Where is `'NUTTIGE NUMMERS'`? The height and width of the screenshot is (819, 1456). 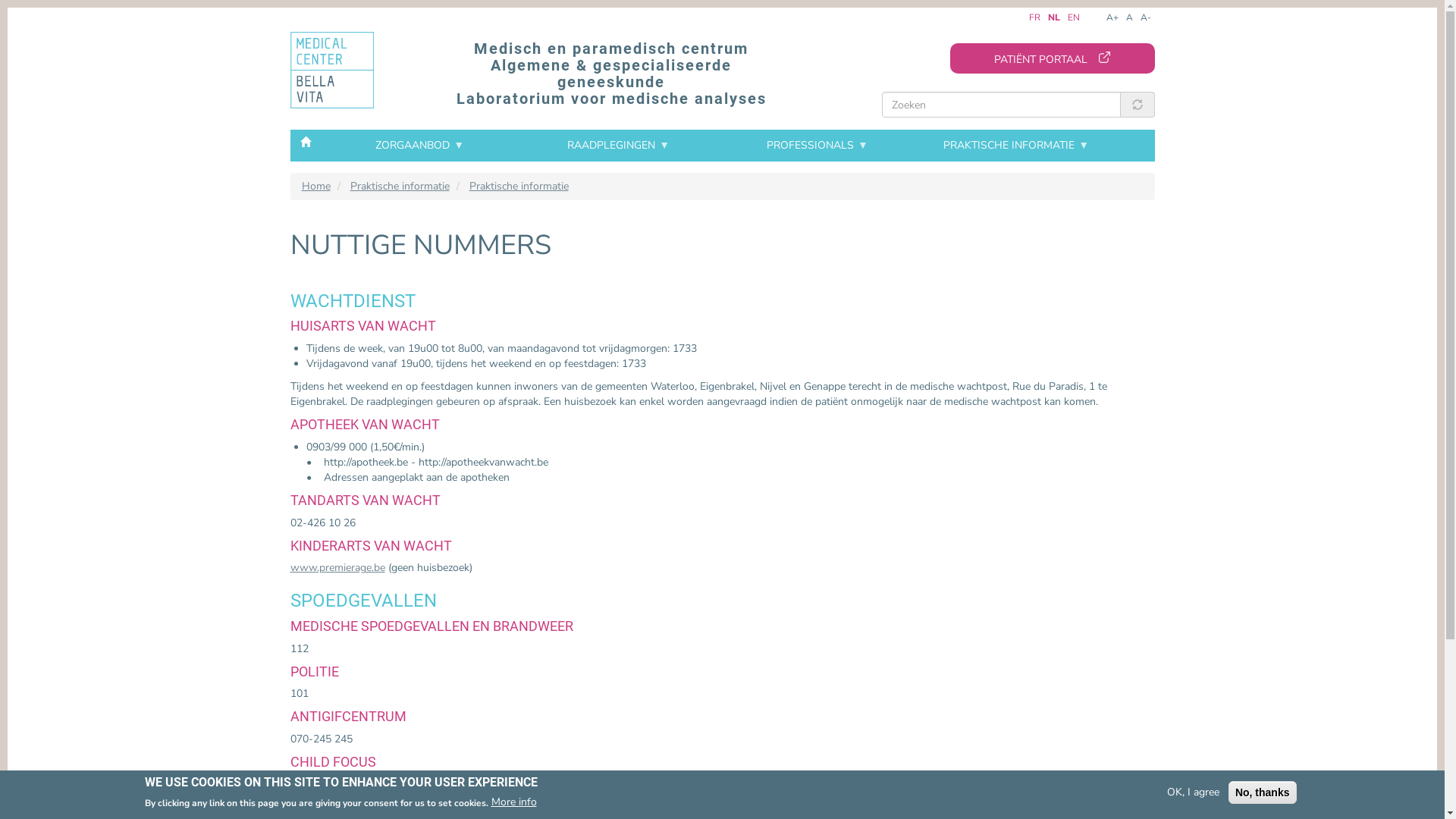
'NUTTIGE NUMMERS' is located at coordinates (387, 317).